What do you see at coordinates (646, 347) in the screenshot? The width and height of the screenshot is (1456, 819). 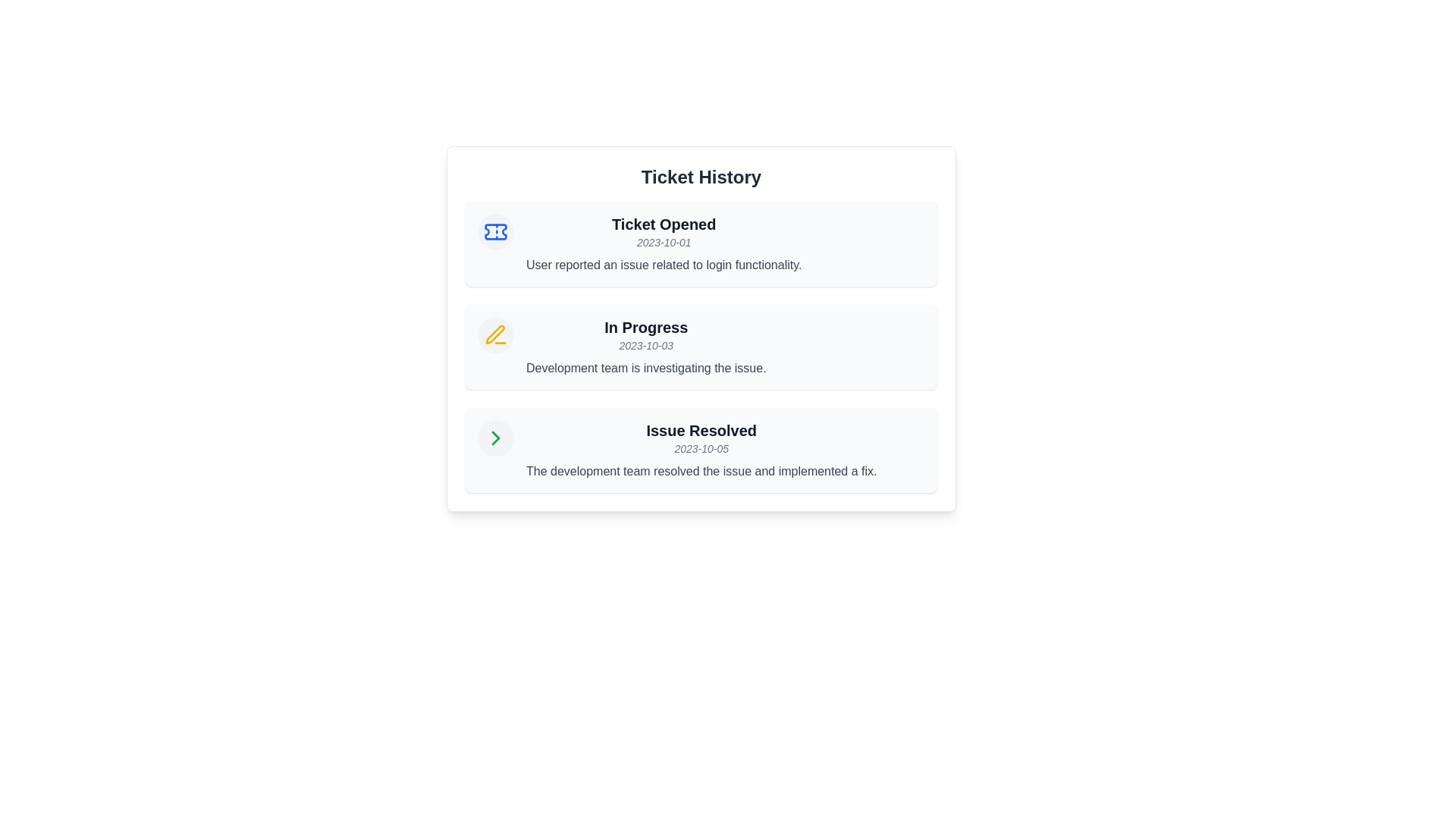 I see `the Text block displaying the current status of a ticket in the second panel of the 'Ticket History' section` at bounding box center [646, 347].